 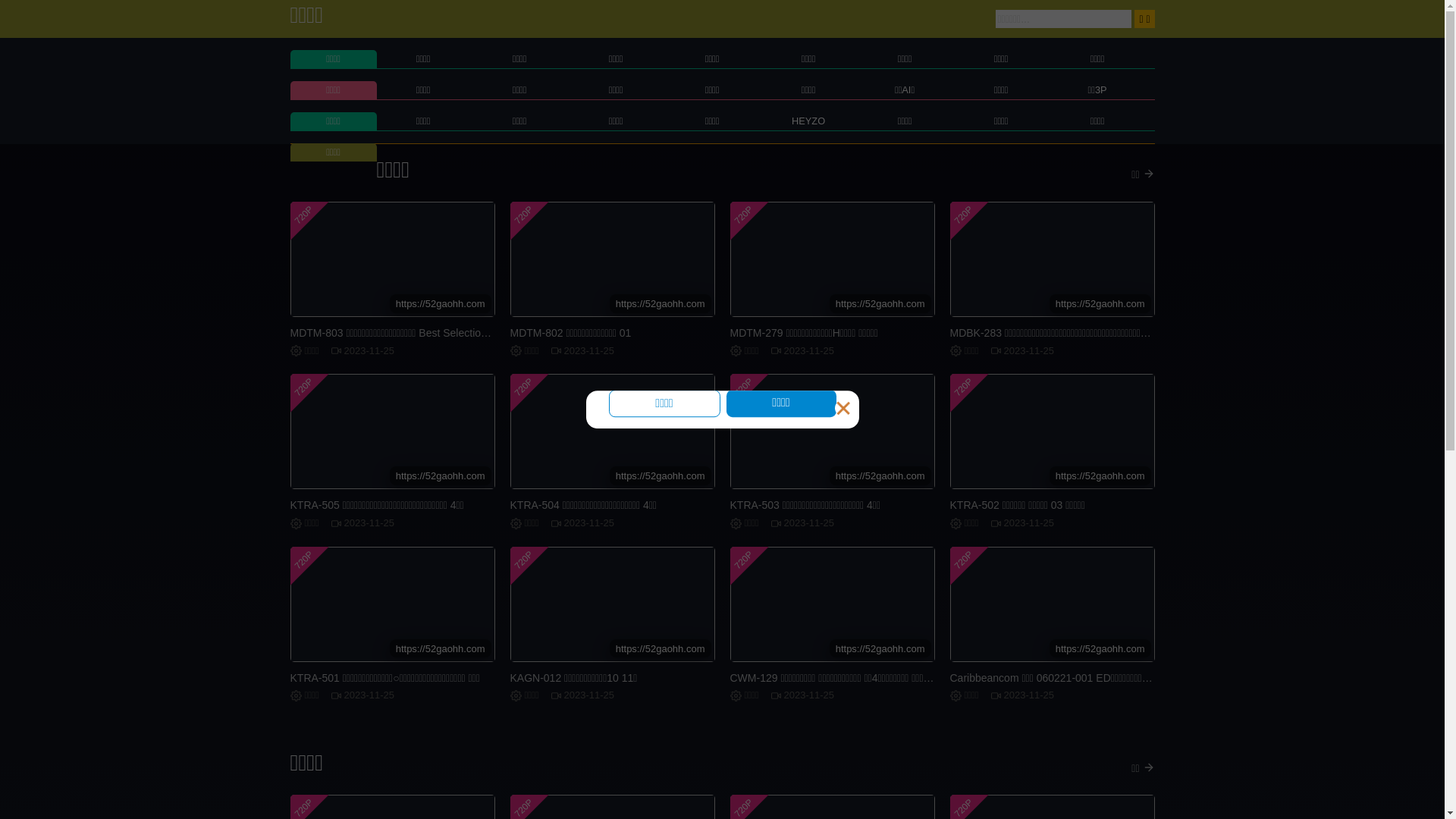 What do you see at coordinates (790, 120) in the screenshot?
I see `'HEYZO'` at bounding box center [790, 120].